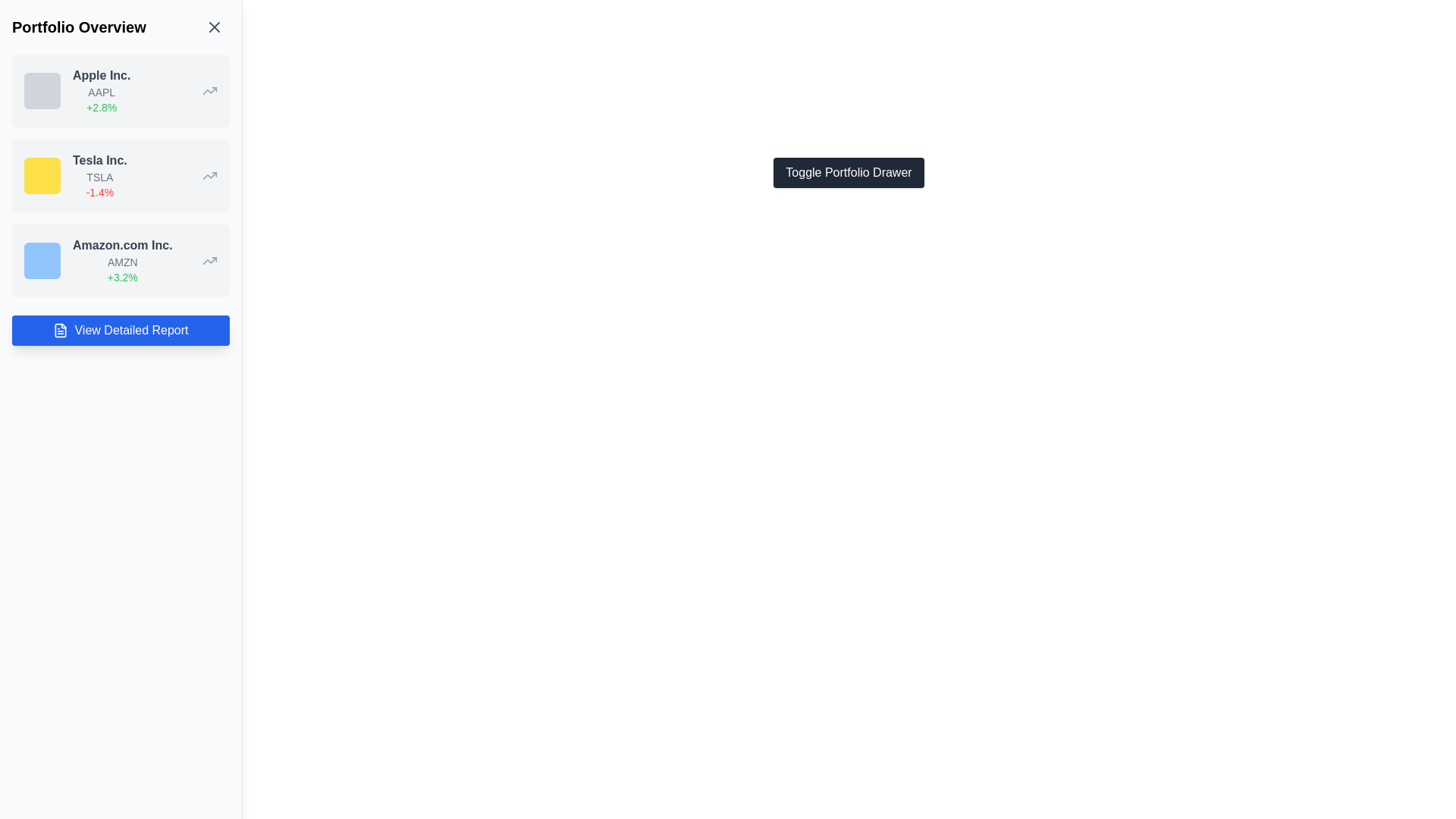 The width and height of the screenshot is (1456, 819). Describe the element at coordinates (848, 171) in the screenshot. I see `the 'Toggle Portfolio Drawer' button, which is a rectangular button with a dark gray background and white text, located in the upper-right section of the interface` at that location.